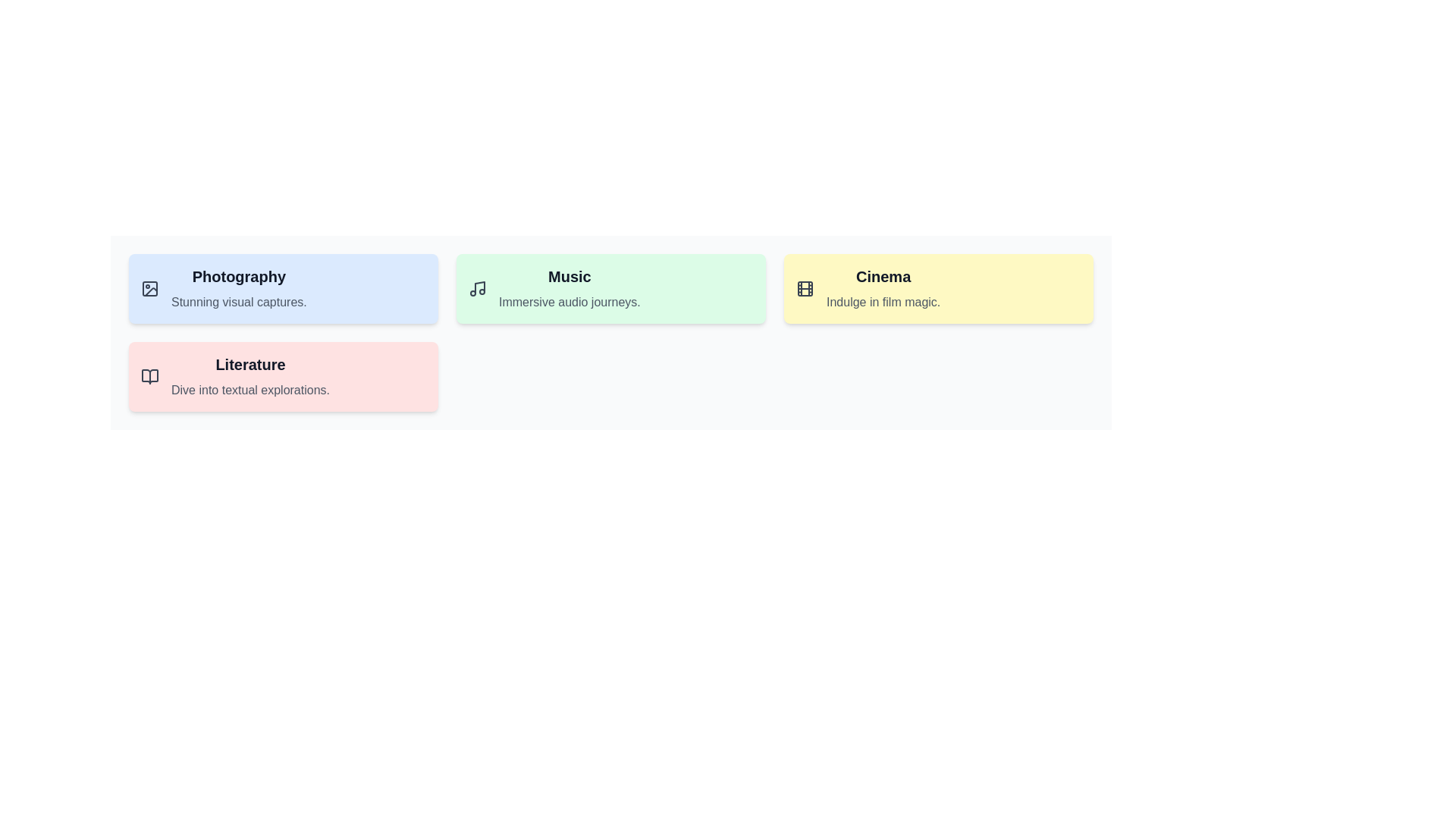  What do you see at coordinates (804, 289) in the screenshot?
I see `the central rectangular decorative graphical element within the film reel icon representing the 'Cinema' section` at bounding box center [804, 289].